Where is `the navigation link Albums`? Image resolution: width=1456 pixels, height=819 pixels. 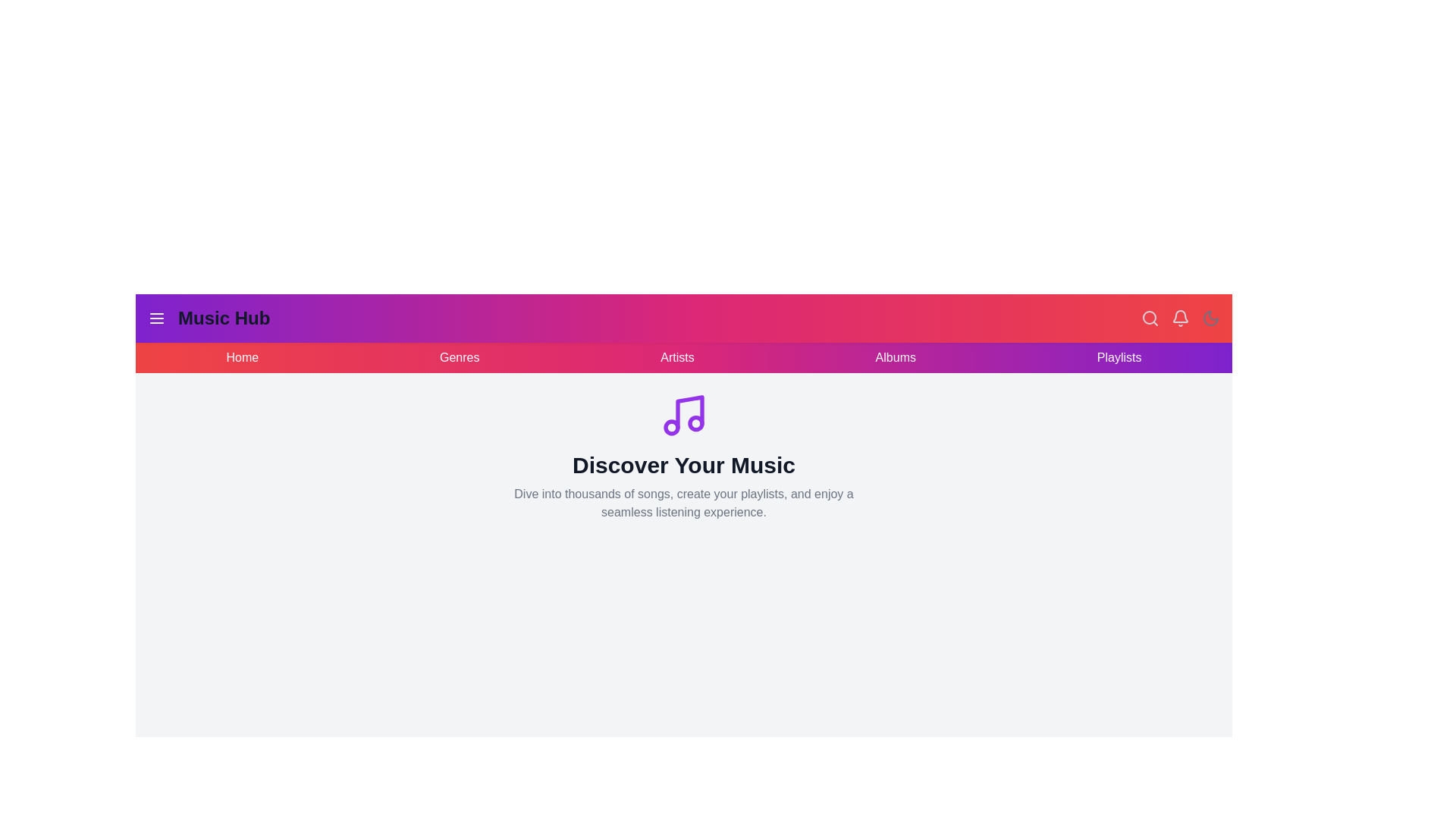
the navigation link Albums is located at coordinates (896, 357).